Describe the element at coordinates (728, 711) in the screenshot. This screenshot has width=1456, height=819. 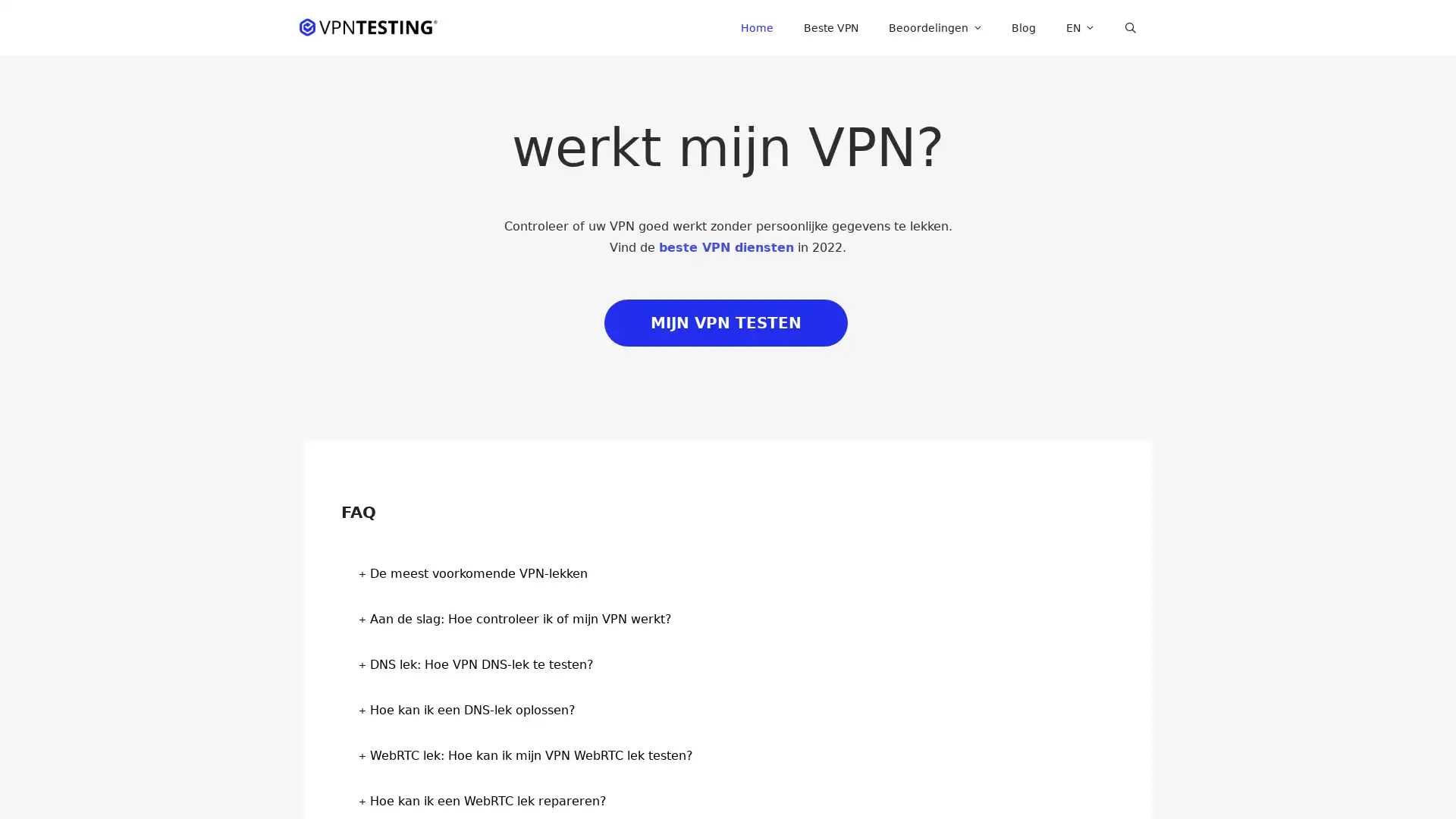
I see `Hoe kan ik een DNS-lek oplossen? +` at that location.